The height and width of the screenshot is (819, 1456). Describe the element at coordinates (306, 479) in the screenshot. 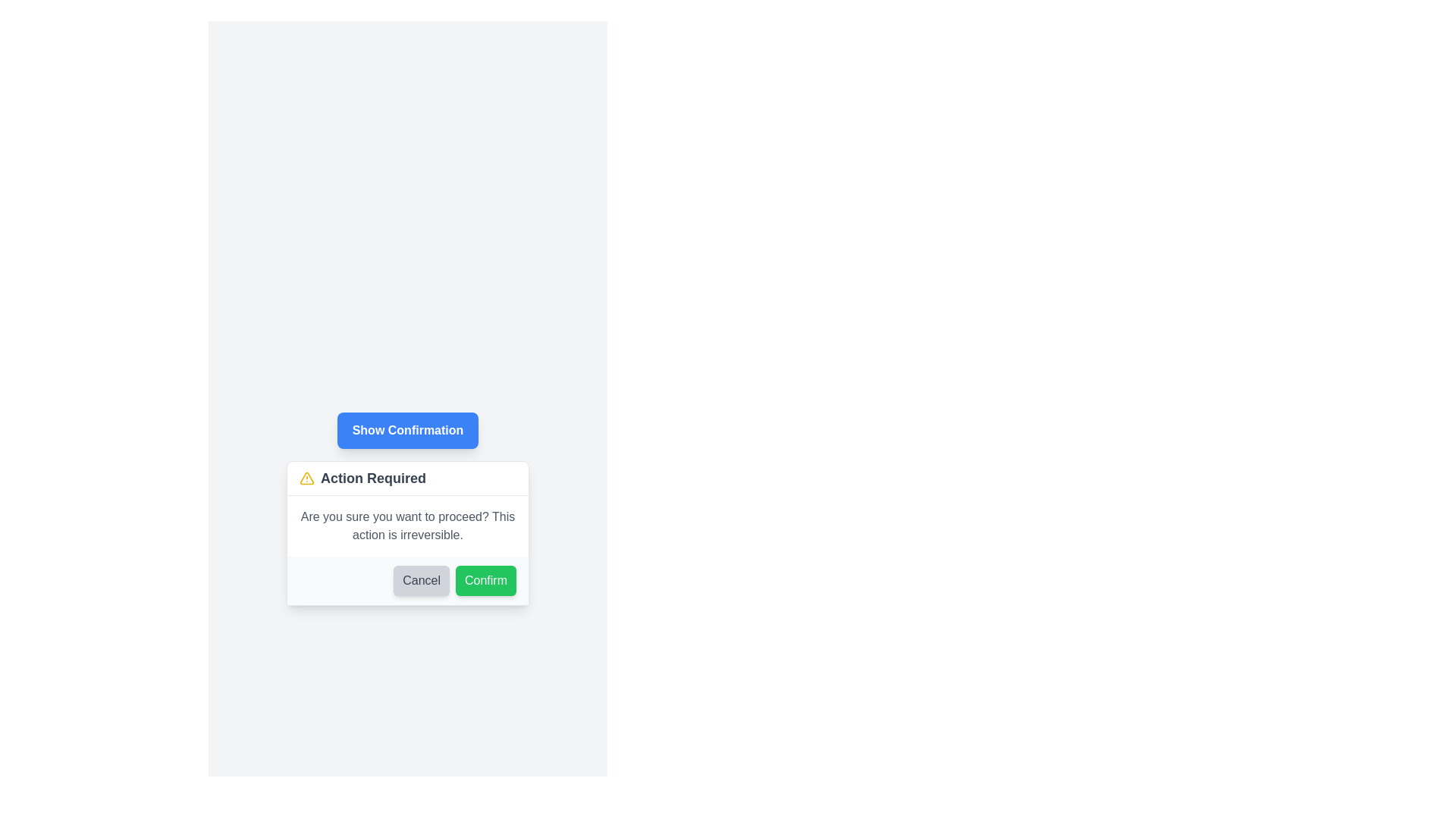

I see `the triangular warning icon with a yellow outline, which is located to the left of the text 'Action Required' in the modal dialog` at that location.